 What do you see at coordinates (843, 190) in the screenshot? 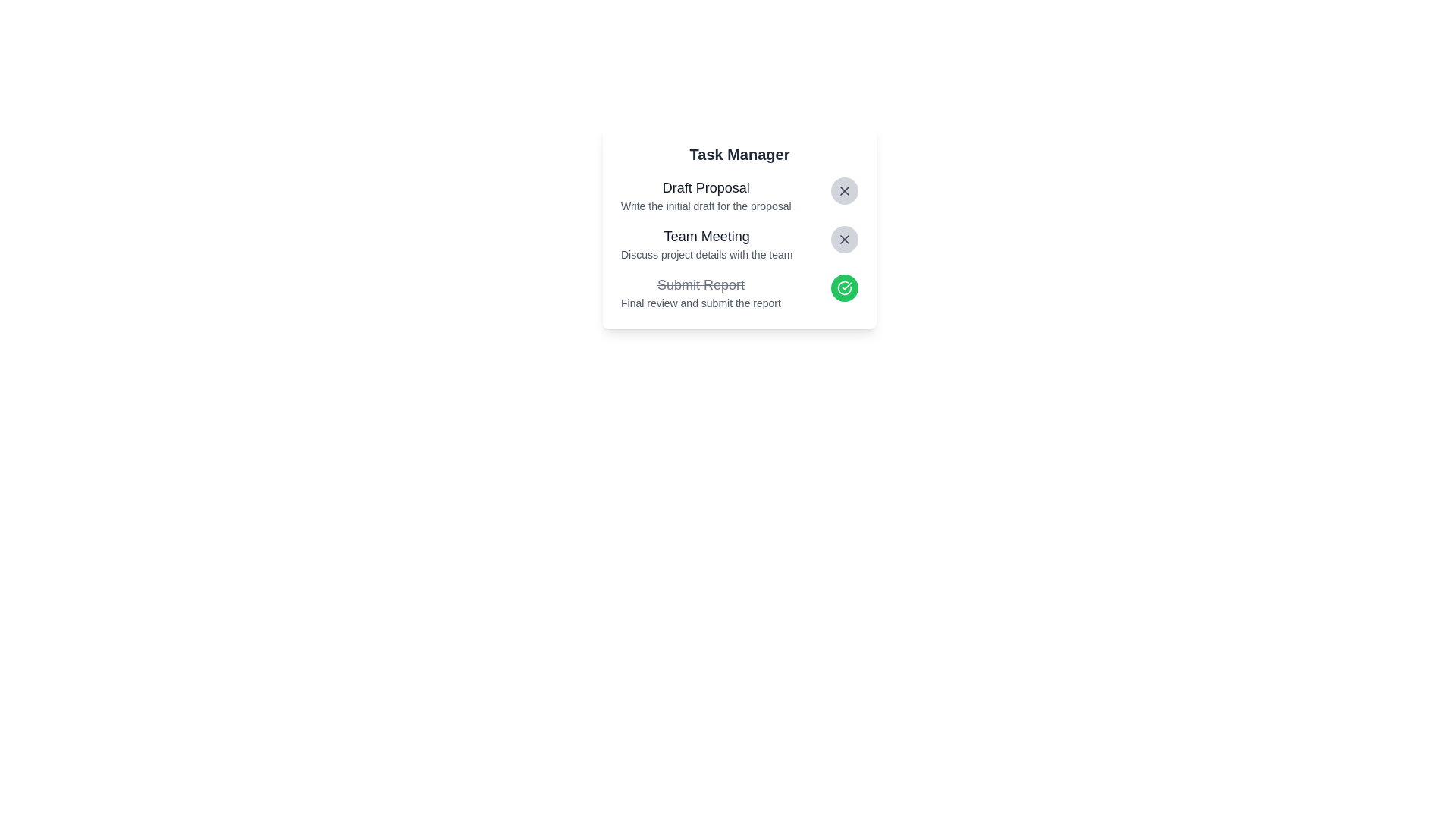
I see `the dismiss button located to the right of the 'Draft Proposal' text in the task manager interface` at bounding box center [843, 190].